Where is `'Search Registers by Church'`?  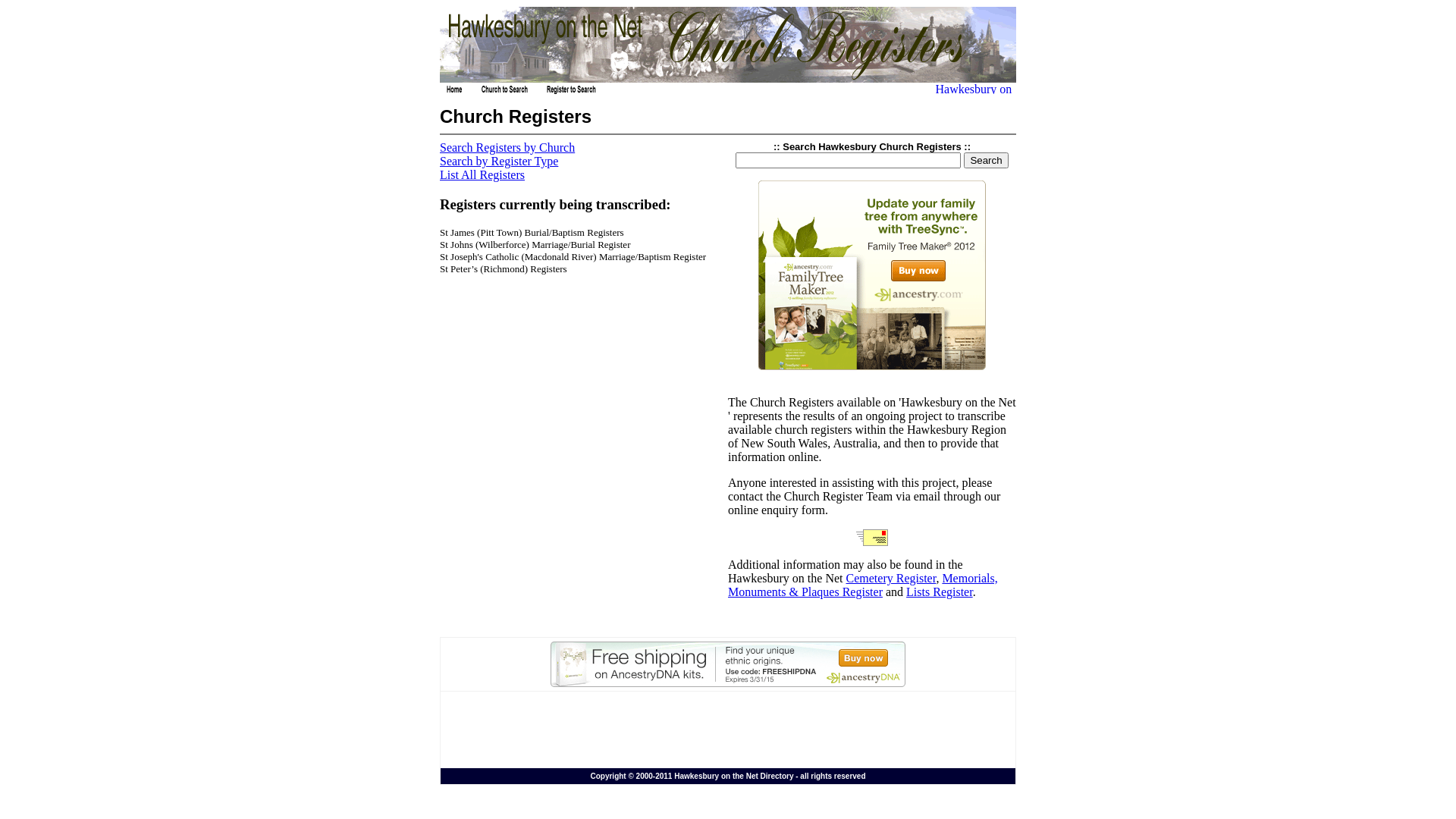 'Search Registers by Church' is located at coordinates (507, 147).